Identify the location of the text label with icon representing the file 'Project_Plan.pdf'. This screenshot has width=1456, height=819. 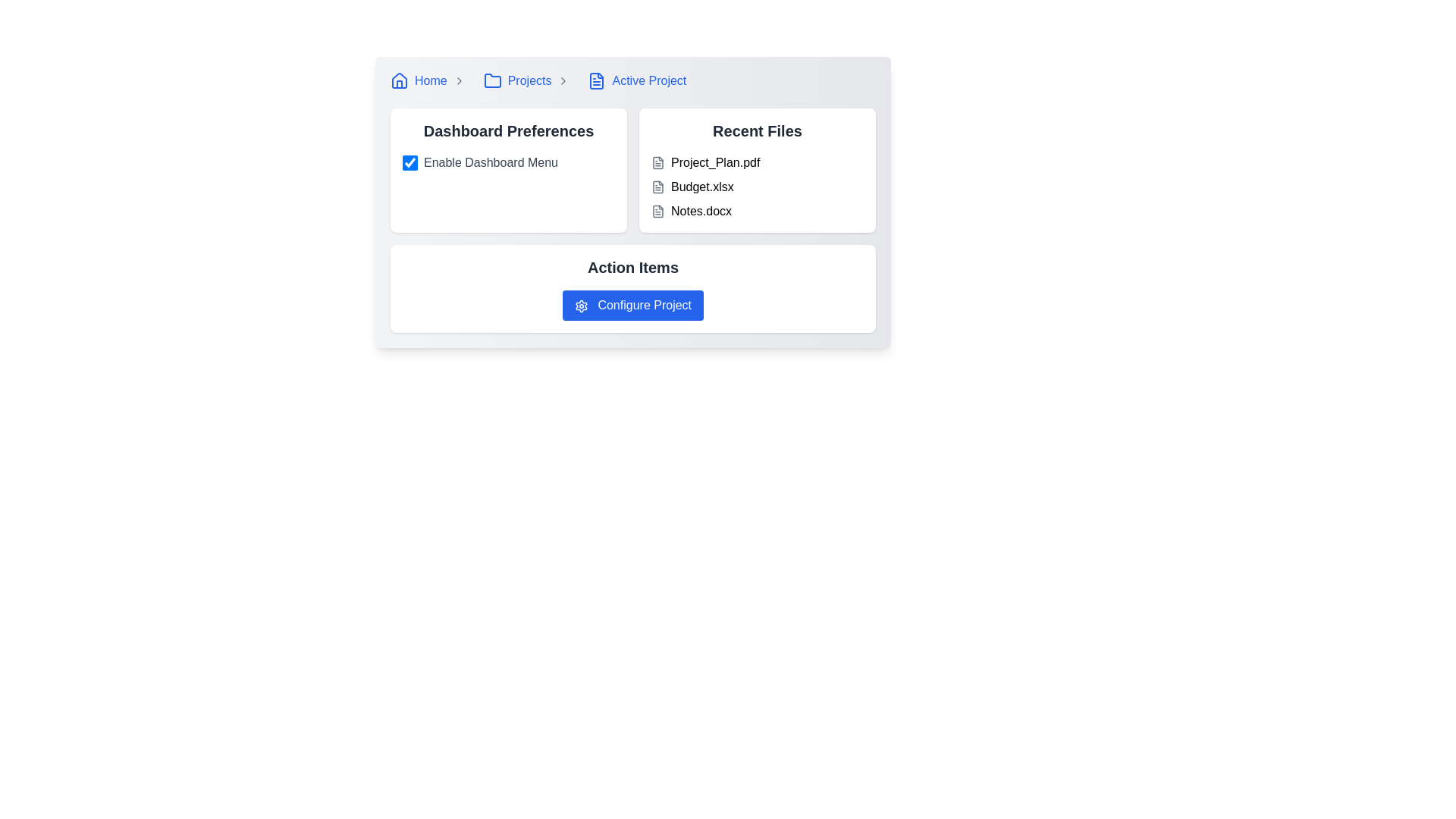
(757, 163).